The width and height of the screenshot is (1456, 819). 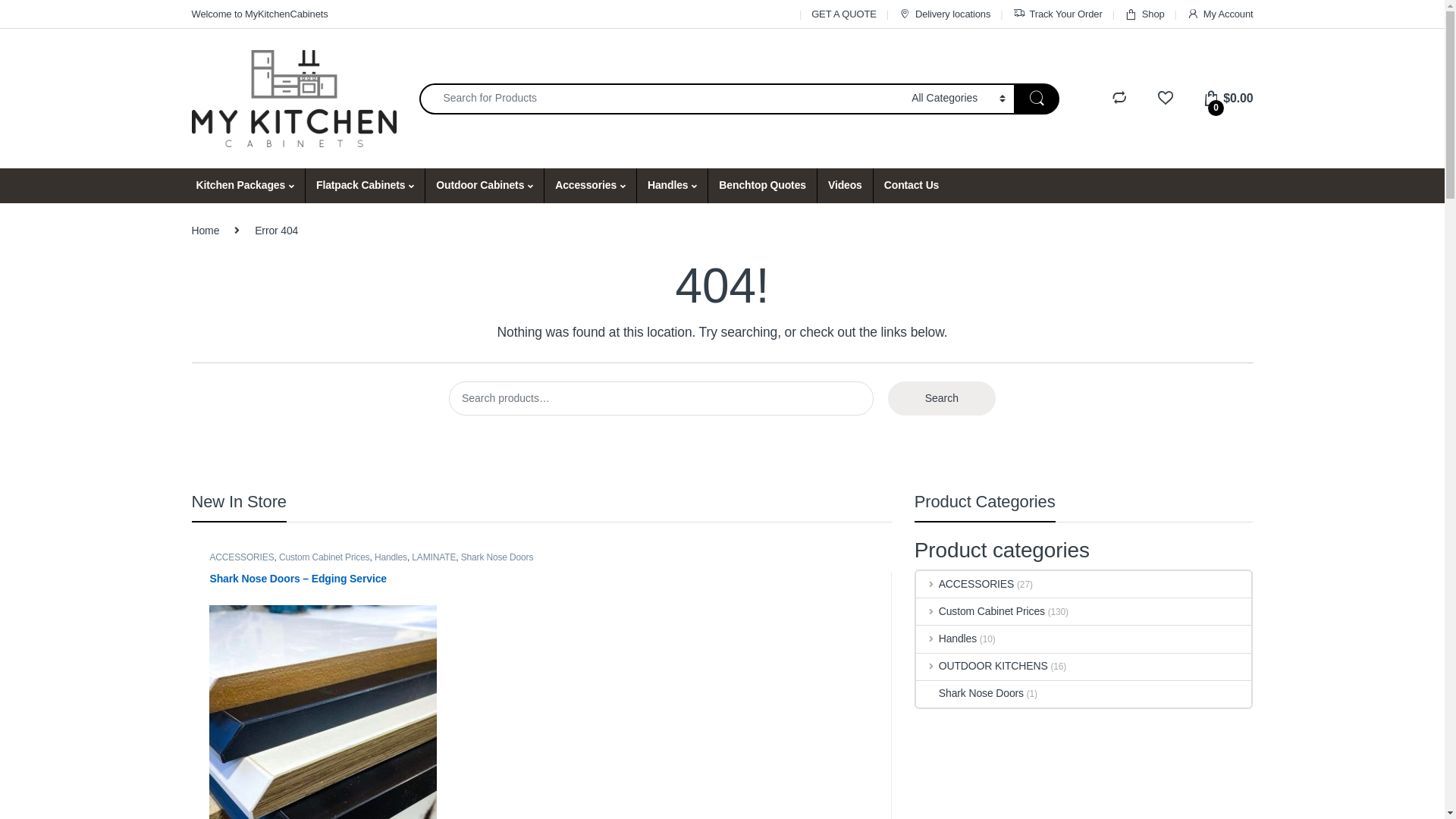 I want to click on 'GET A QUOTE', so click(x=811, y=14).